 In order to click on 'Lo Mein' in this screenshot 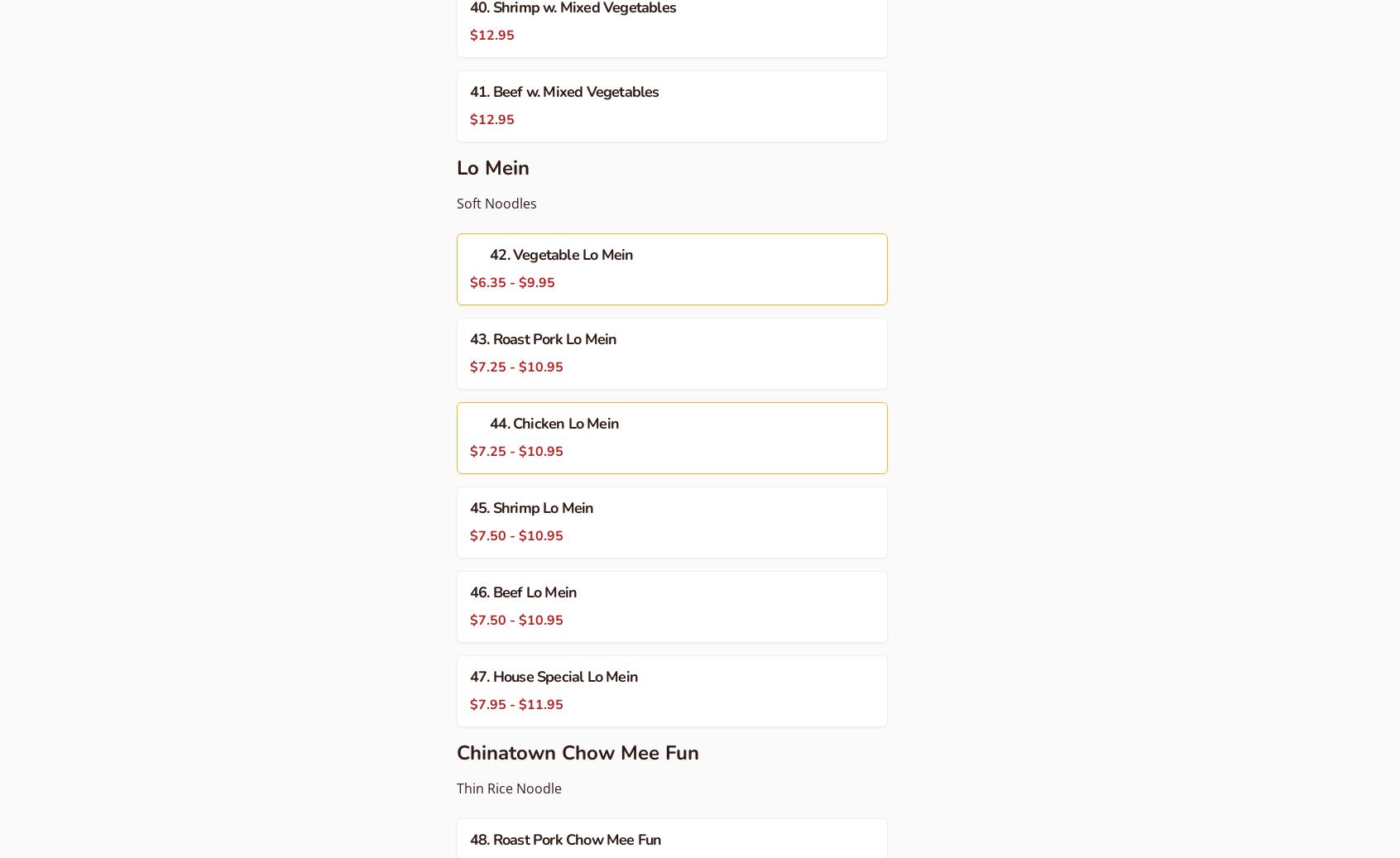, I will do `click(491, 167)`.